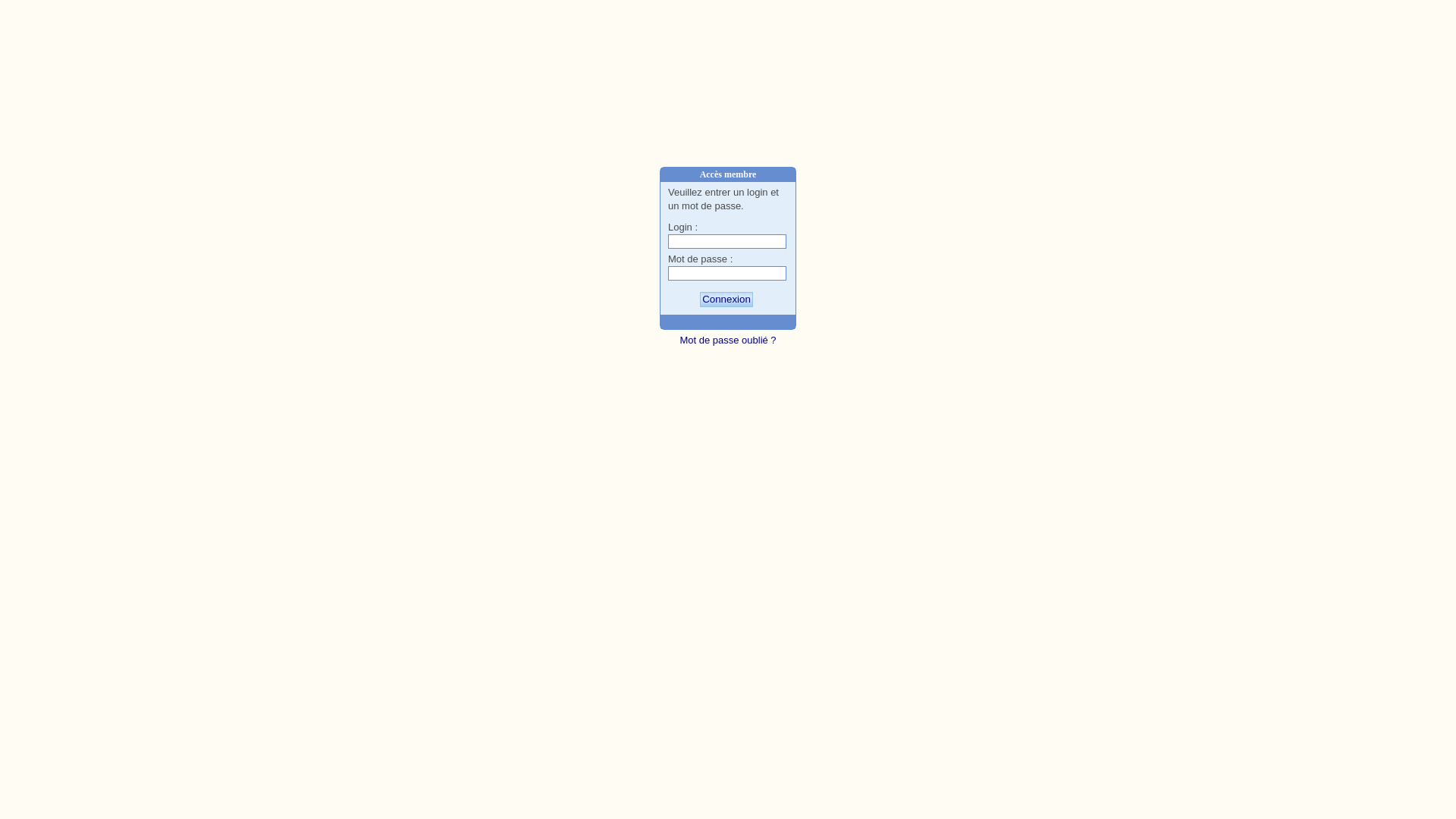 The height and width of the screenshot is (819, 1456). Describe the element at coordinates (726, 299) in the screenshot. I see `'Connexion'` at that location.